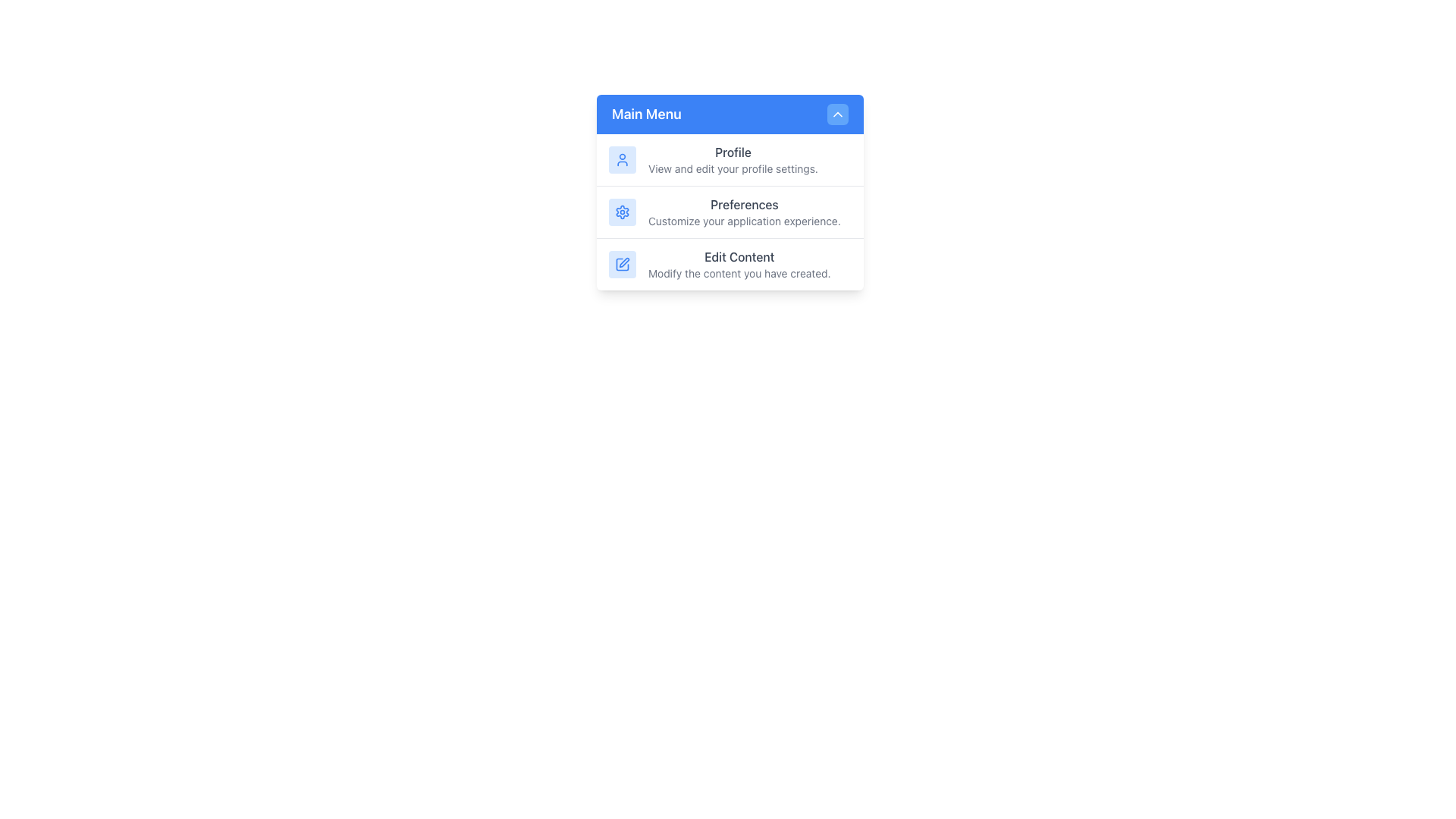 The height and width of the screenshot is (819, 1456). I want to click on the 'Preferences' text block, which is the second menu item in the vertical menu group under the 'Profile' menu item, so click(744, 212).